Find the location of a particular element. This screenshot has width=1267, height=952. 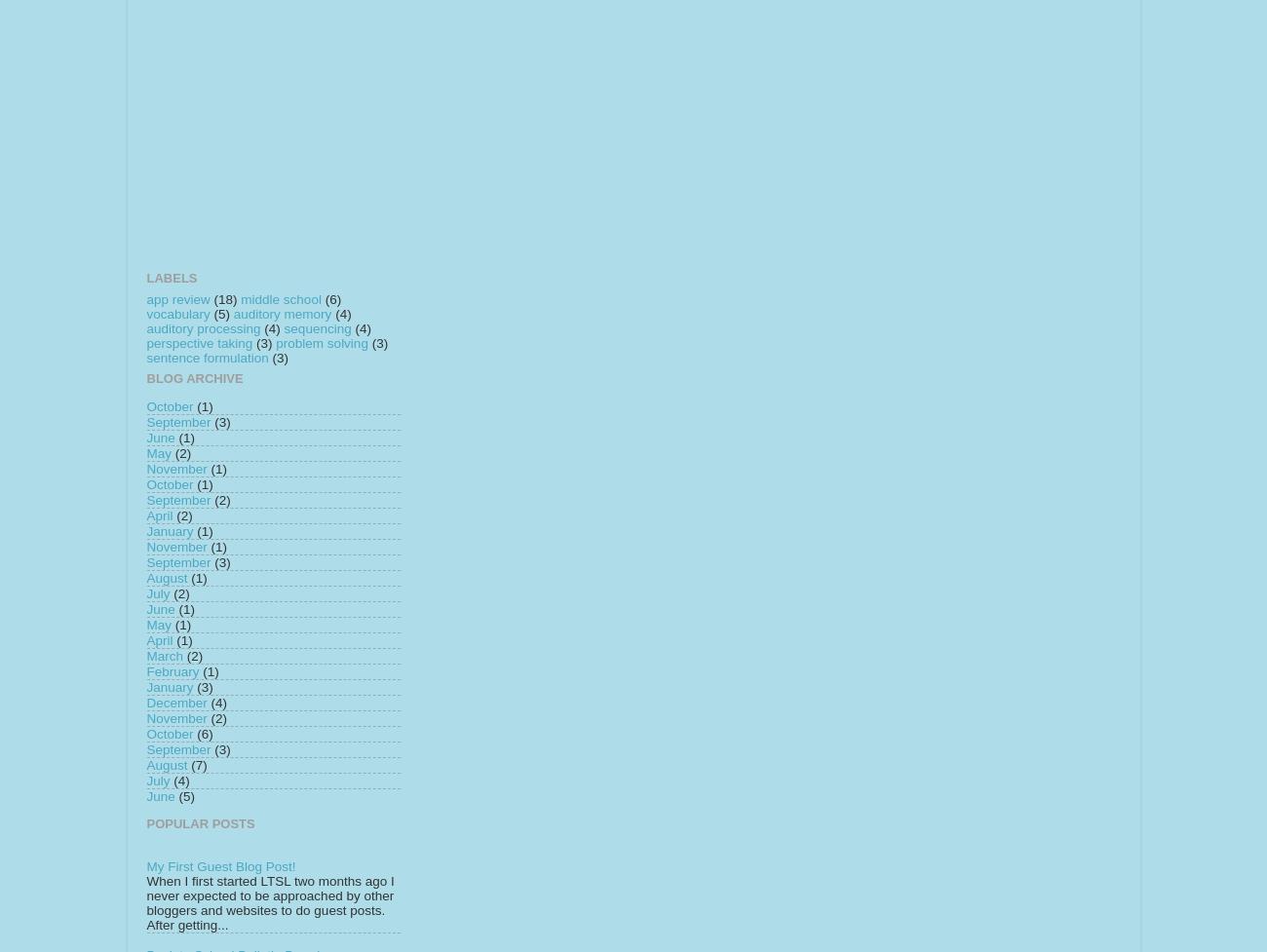

'March' is located at coordinates (145, 655).